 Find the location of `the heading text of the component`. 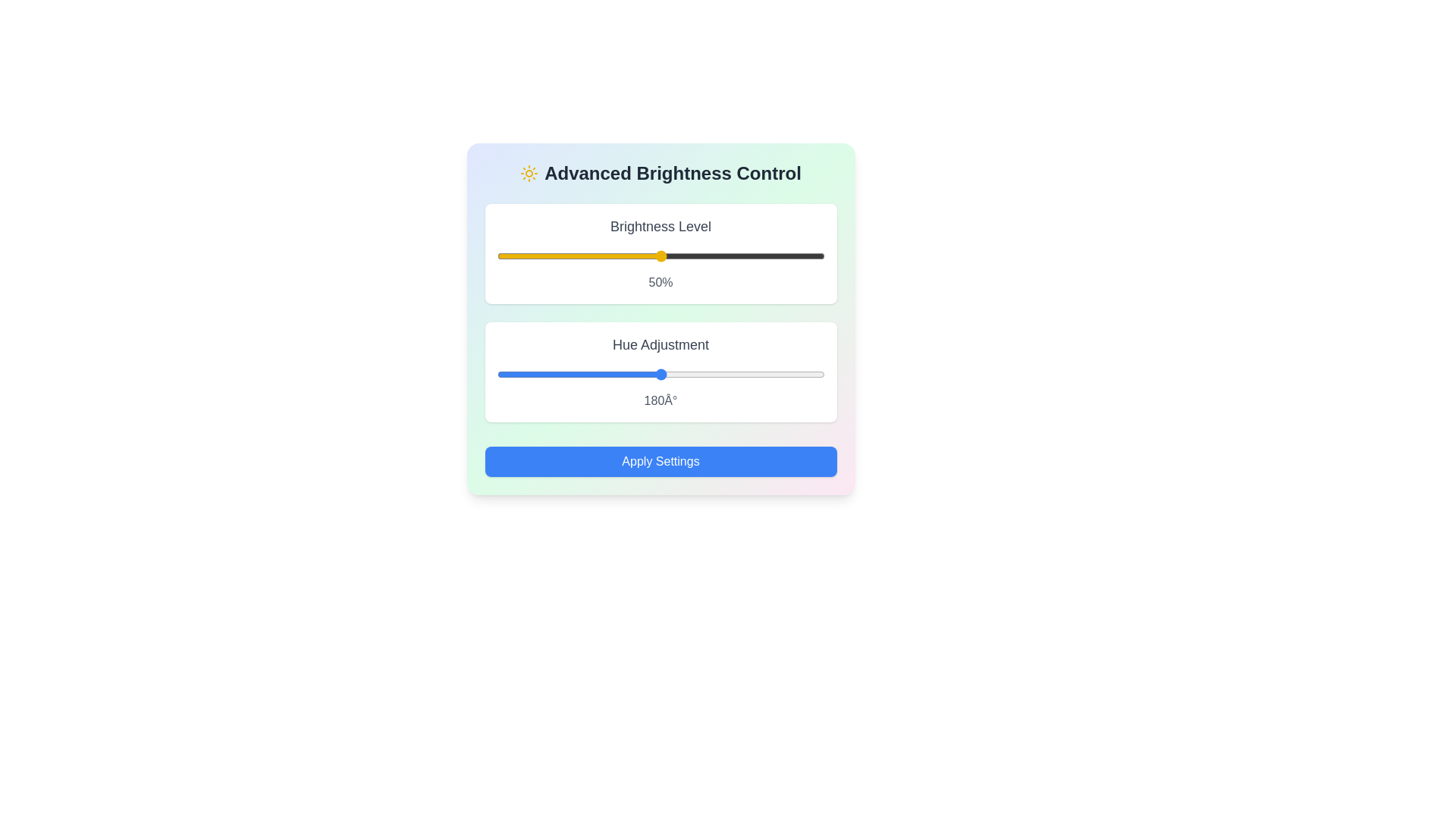

the heading text of the component is located at coordinates (661, 172).